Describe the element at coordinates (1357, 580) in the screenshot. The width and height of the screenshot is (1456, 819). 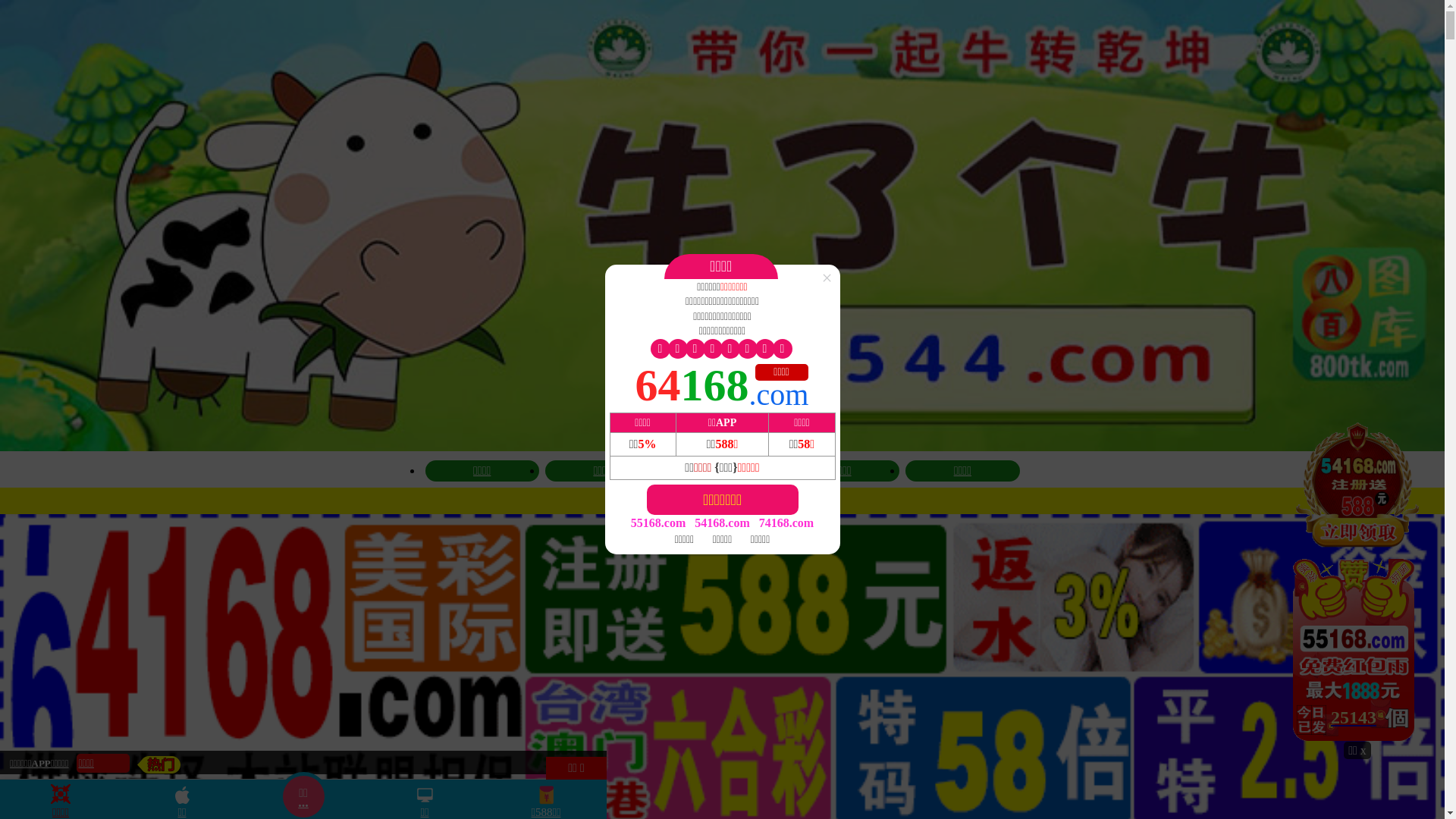
I see `'25345'` at that location.